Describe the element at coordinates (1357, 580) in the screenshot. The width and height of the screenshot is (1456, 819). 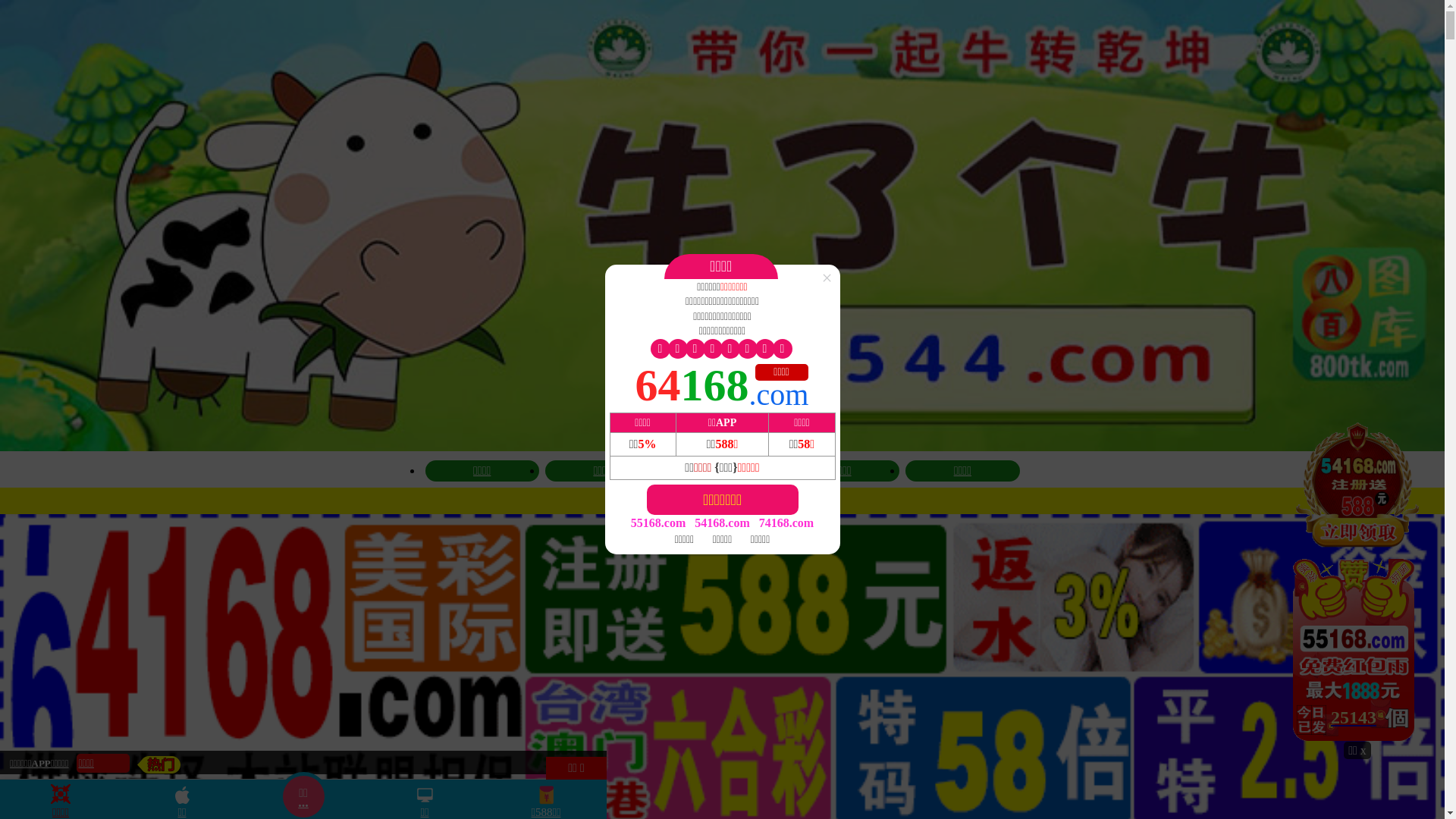
I see `'25345'` at that location.